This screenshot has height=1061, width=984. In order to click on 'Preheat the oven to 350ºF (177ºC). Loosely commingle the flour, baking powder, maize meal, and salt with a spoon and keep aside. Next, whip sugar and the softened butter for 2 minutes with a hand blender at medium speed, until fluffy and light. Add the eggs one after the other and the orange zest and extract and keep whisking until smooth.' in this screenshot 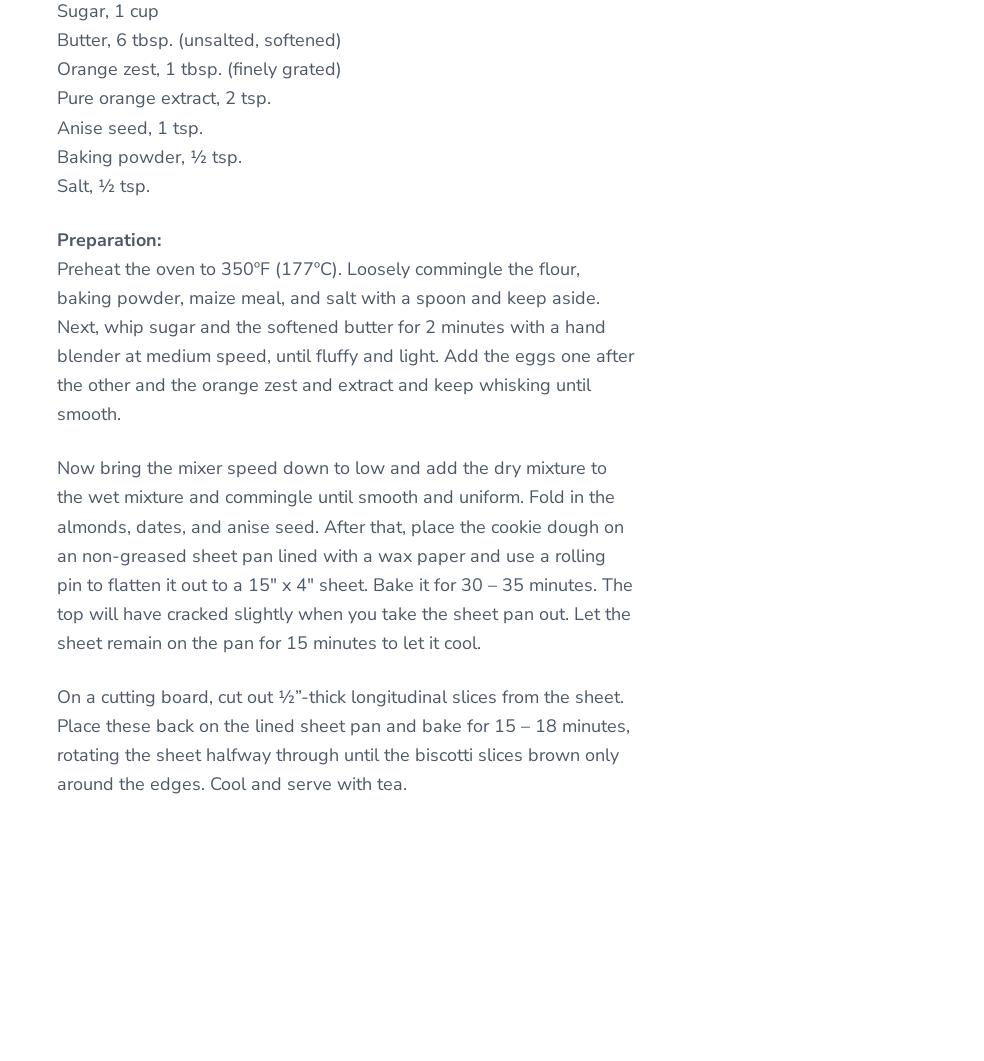, I will do `click(55, 340)`.